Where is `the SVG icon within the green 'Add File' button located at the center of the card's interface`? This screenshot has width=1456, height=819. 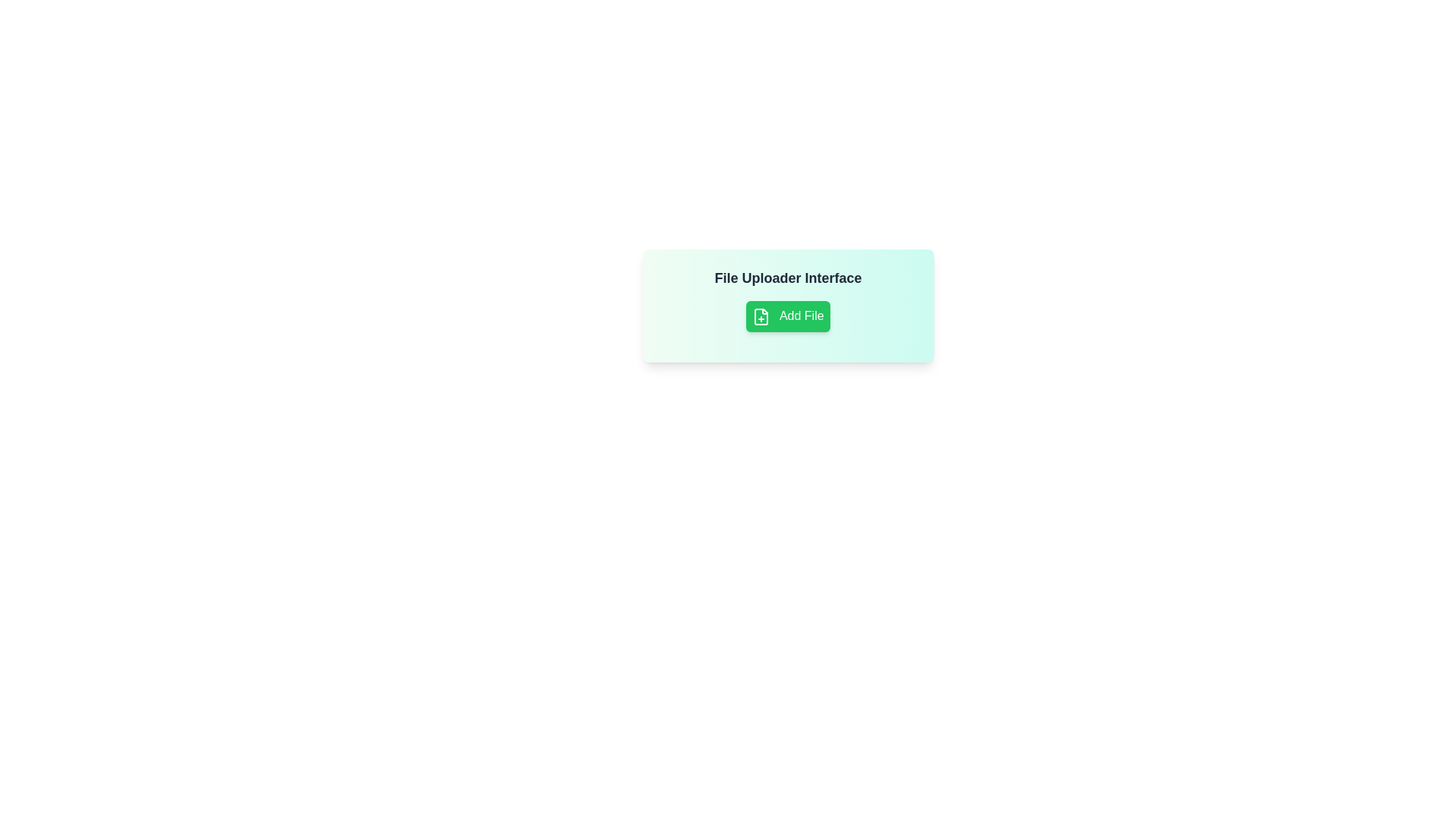
the SVG icon within the green 'Add File' button located at the center of the card's interface is located at coordinates (761, 315).